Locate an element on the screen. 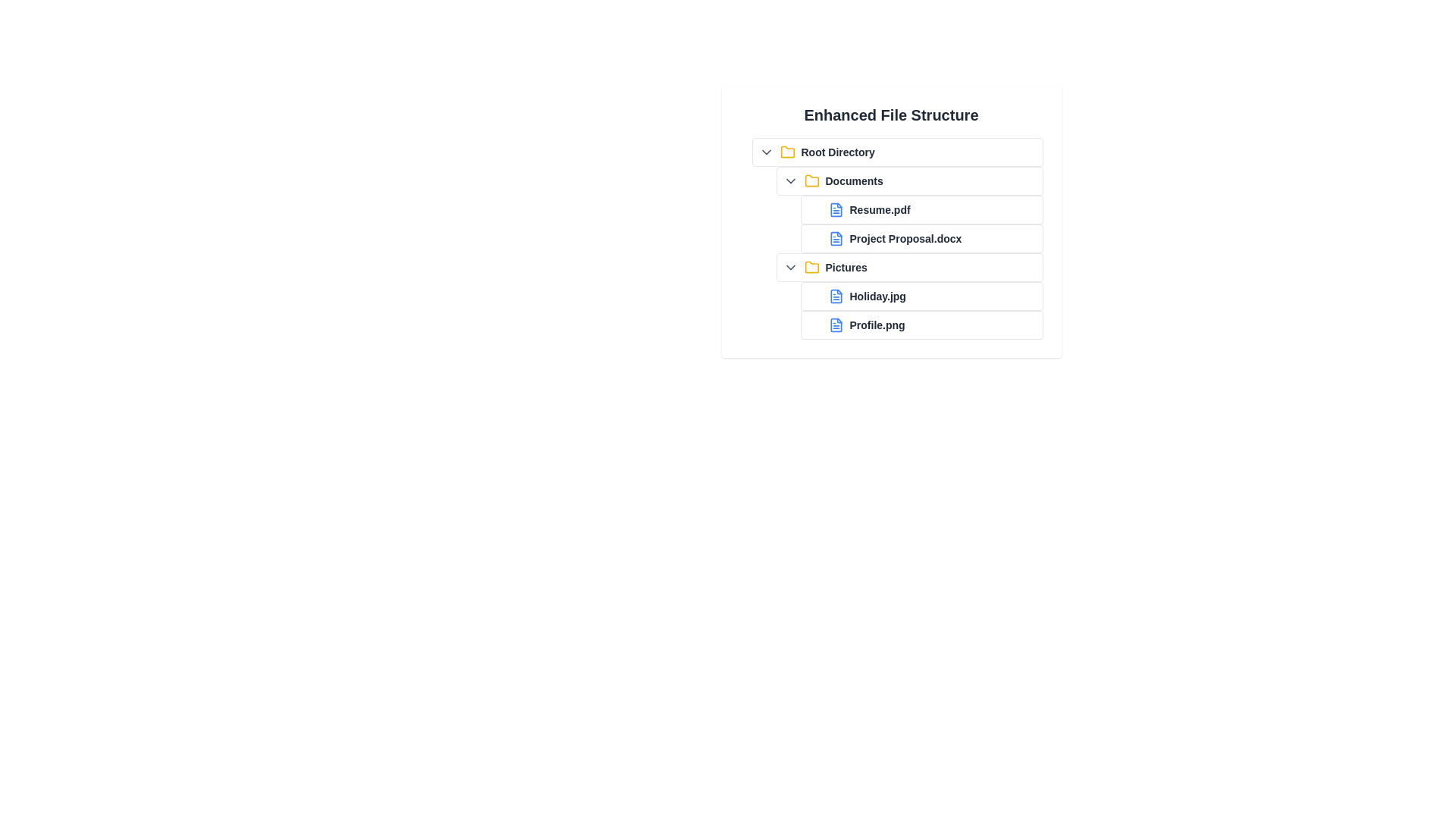 This screenshot has height=819, width=1456. the 'Project Proposal.docx' file entry in the hierarchical list is located at coordinates (891, 239).